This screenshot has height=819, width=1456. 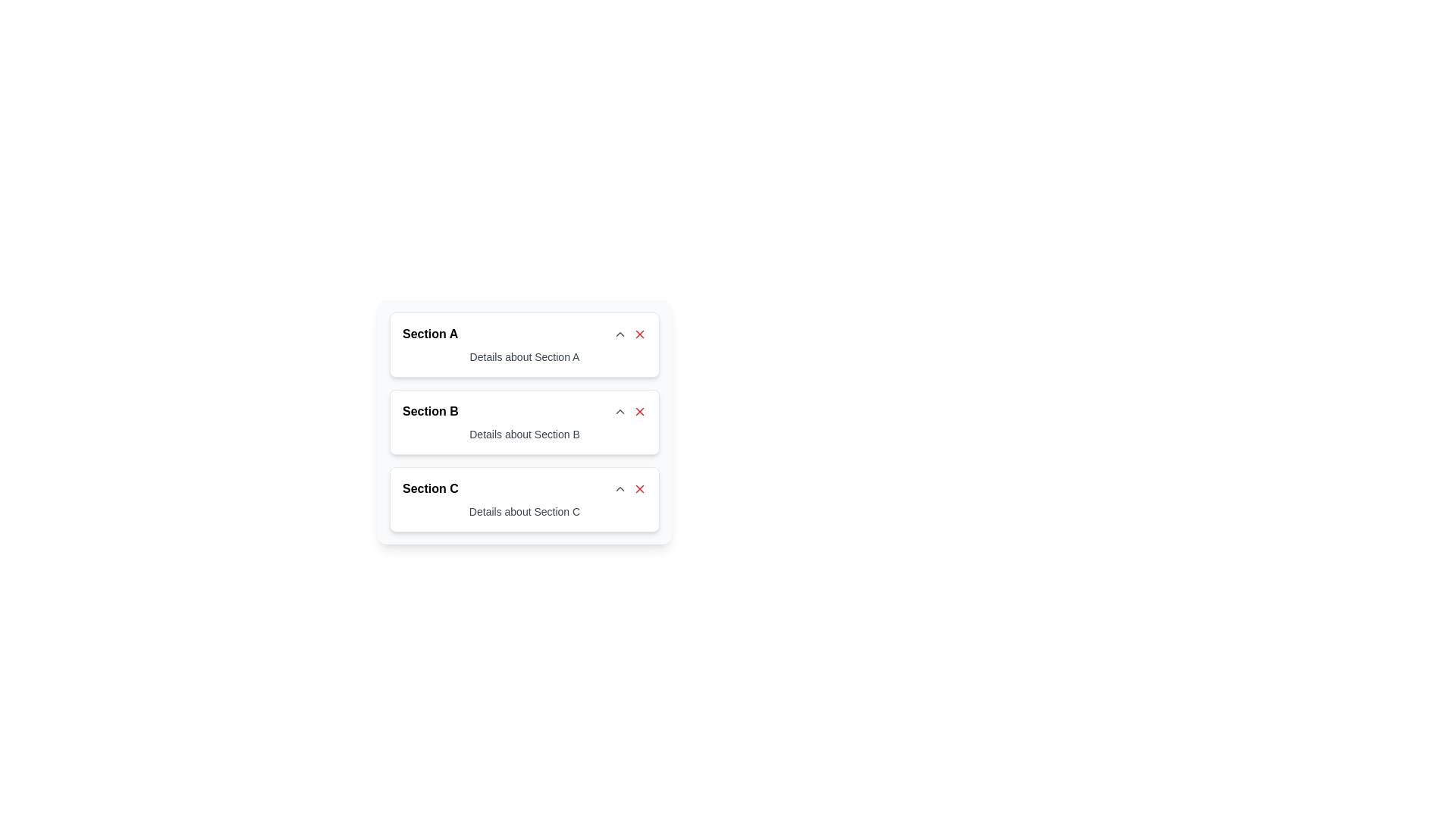 What do you see at coordinates (640, 333) in the screenshot?
I see `the red 'X' icon button` at bounding box center [640, 333].